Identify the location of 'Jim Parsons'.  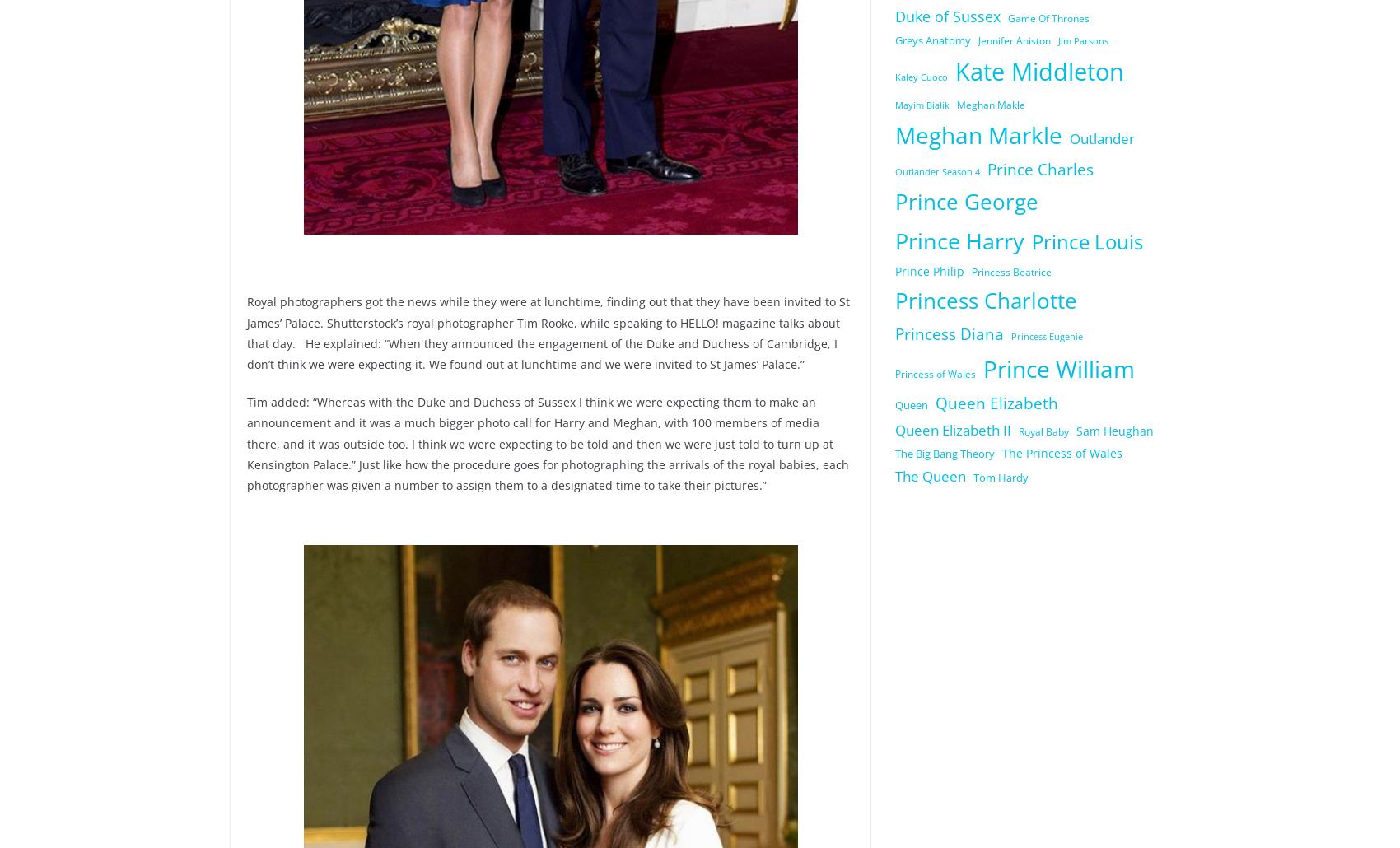
(1083, 40).